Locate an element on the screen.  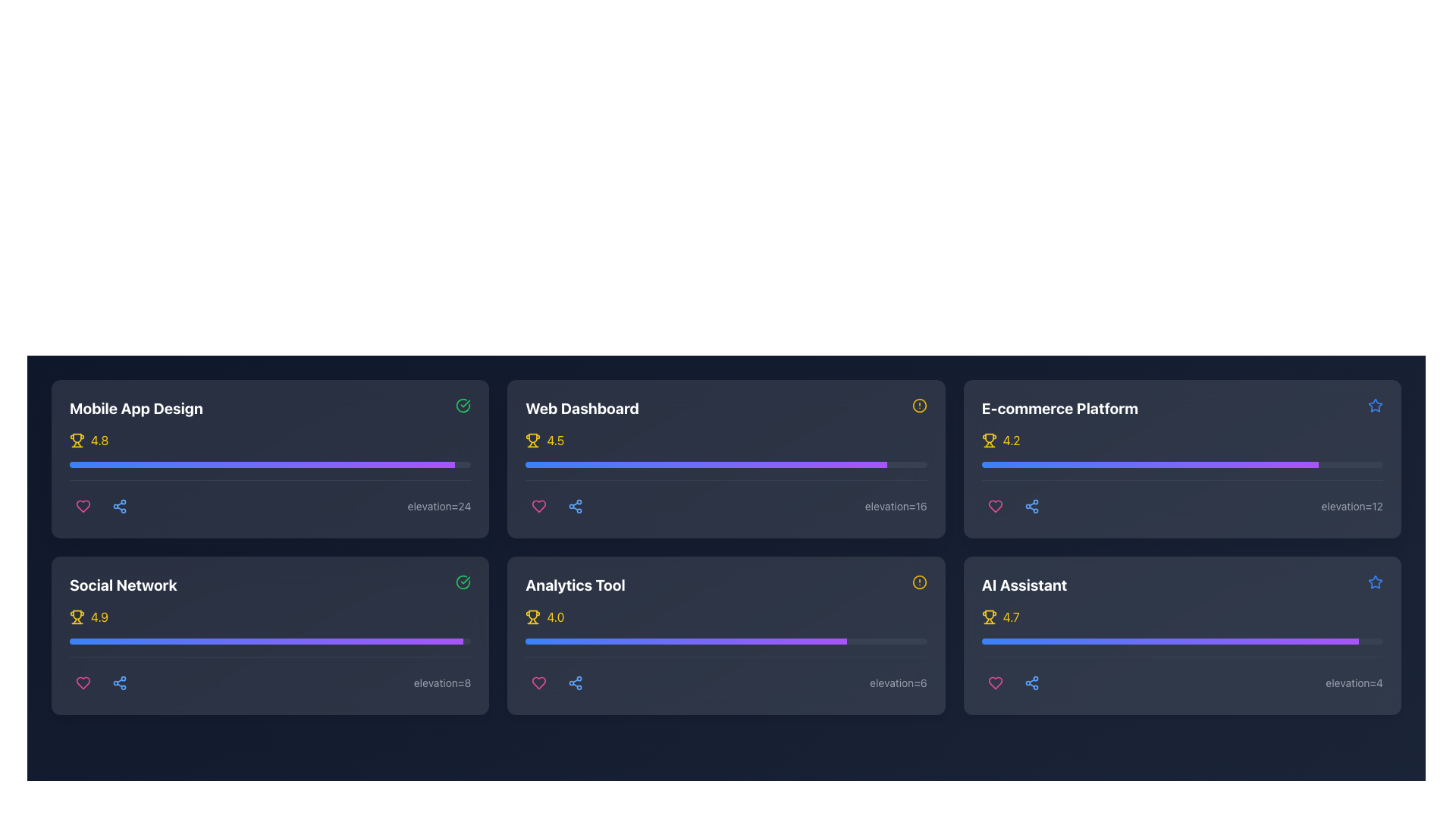
the progress bar value is located at coordinates (1254, 464).